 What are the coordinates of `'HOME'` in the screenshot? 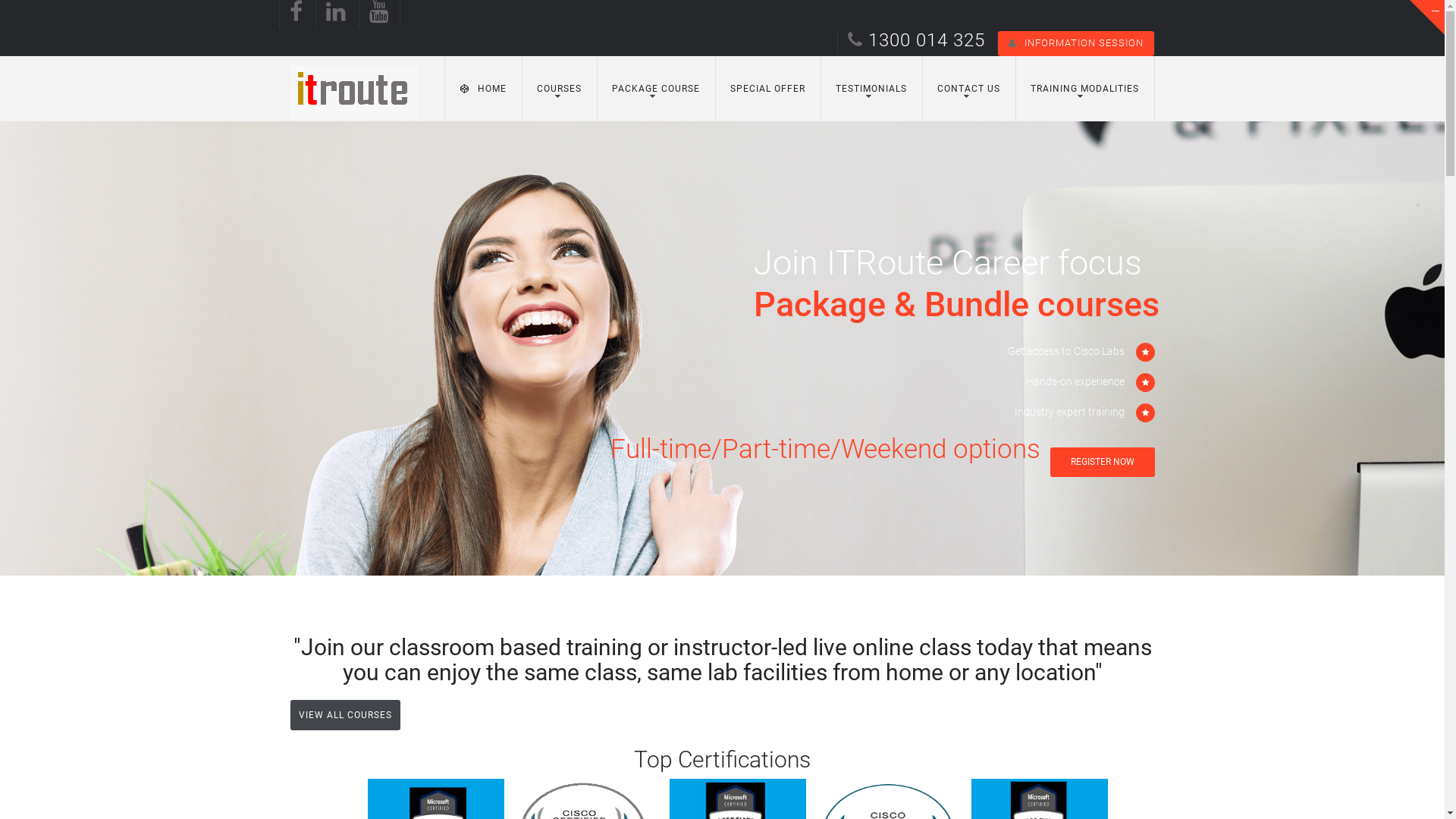 It's located at (482, 88).